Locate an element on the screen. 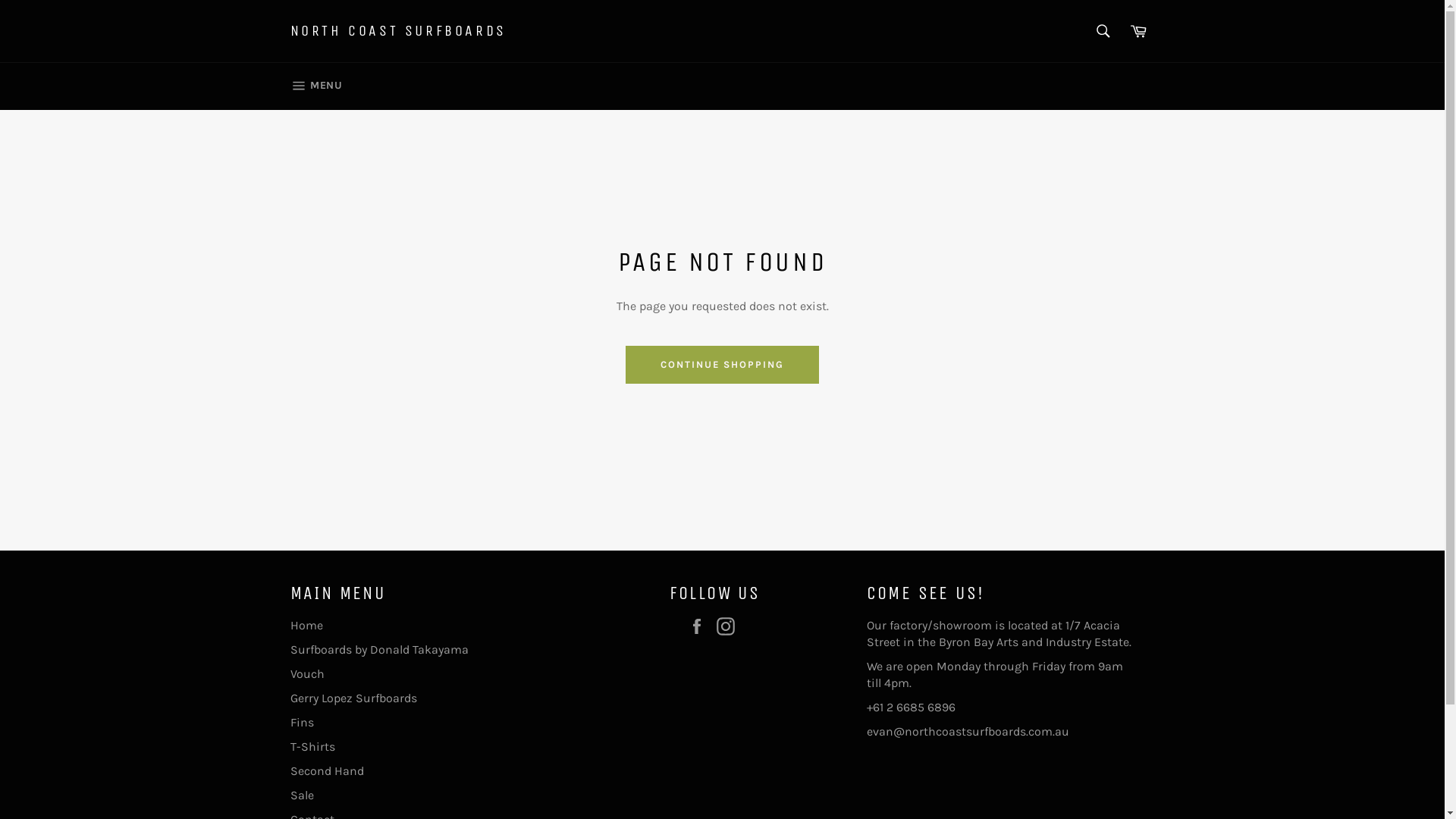 Image resolution: width=1456 pixels, height=819 pixels. 'Instagram' is located at coordinates (728, 626).